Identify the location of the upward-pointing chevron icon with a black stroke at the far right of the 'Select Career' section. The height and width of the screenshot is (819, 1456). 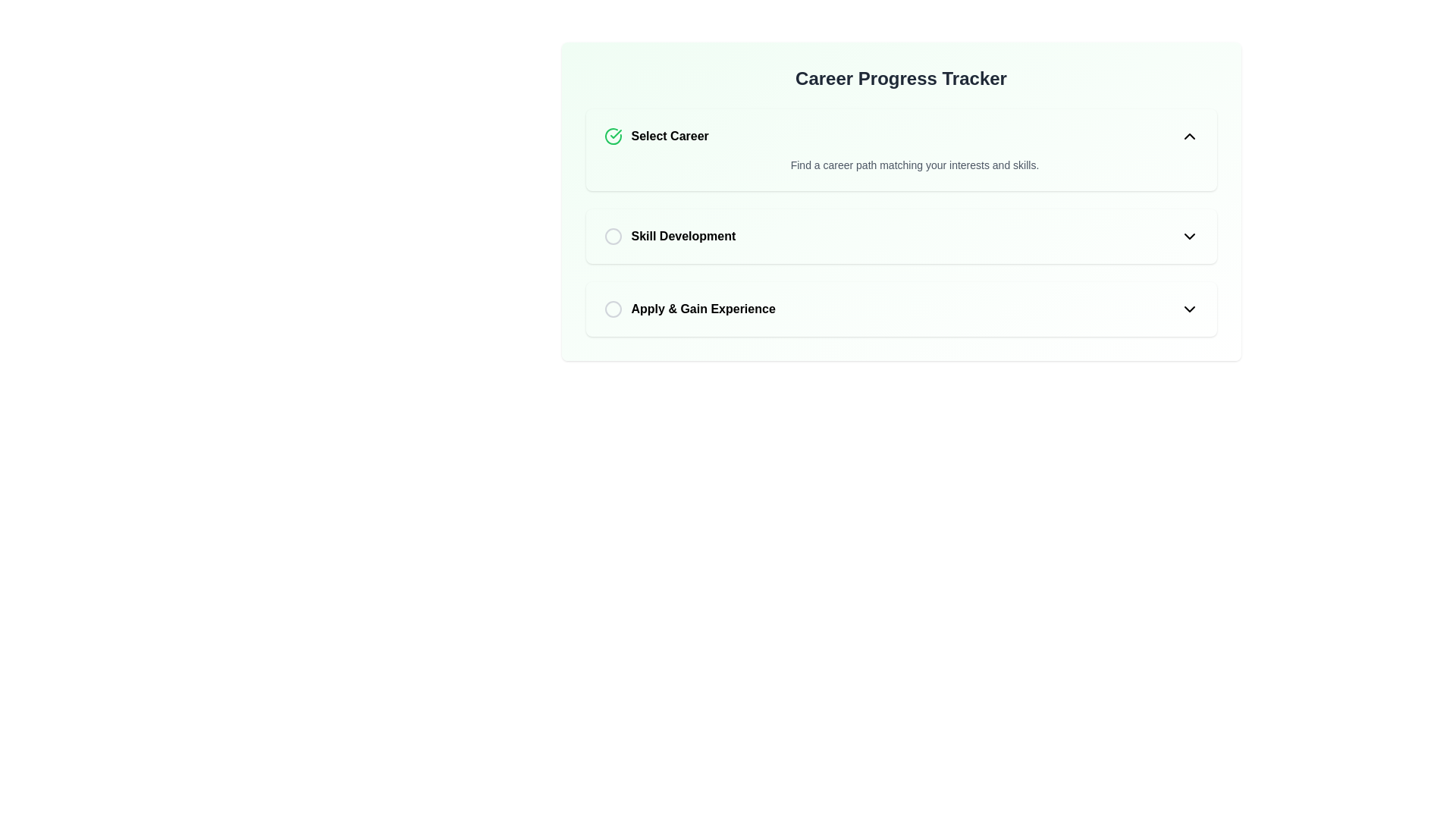
(1188, 136).